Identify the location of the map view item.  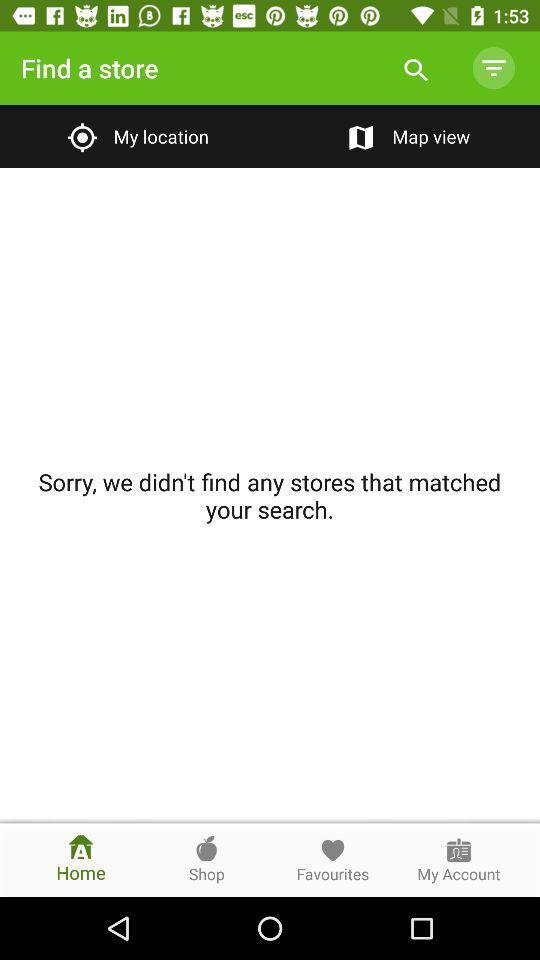
(405, 135).